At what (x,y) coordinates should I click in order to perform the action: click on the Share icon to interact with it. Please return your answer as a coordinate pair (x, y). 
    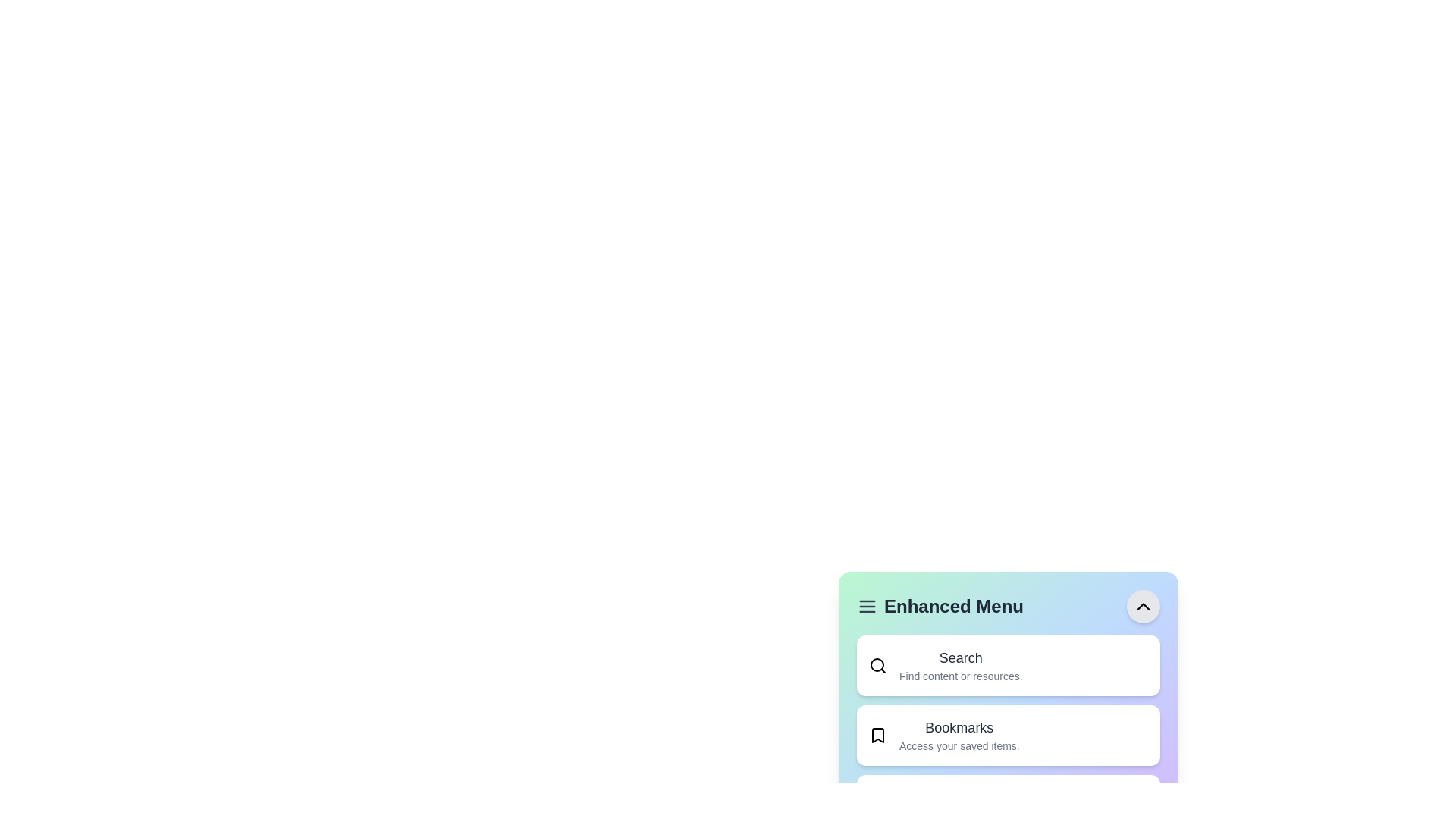
    Looking at the image, I should click on (877, 804).